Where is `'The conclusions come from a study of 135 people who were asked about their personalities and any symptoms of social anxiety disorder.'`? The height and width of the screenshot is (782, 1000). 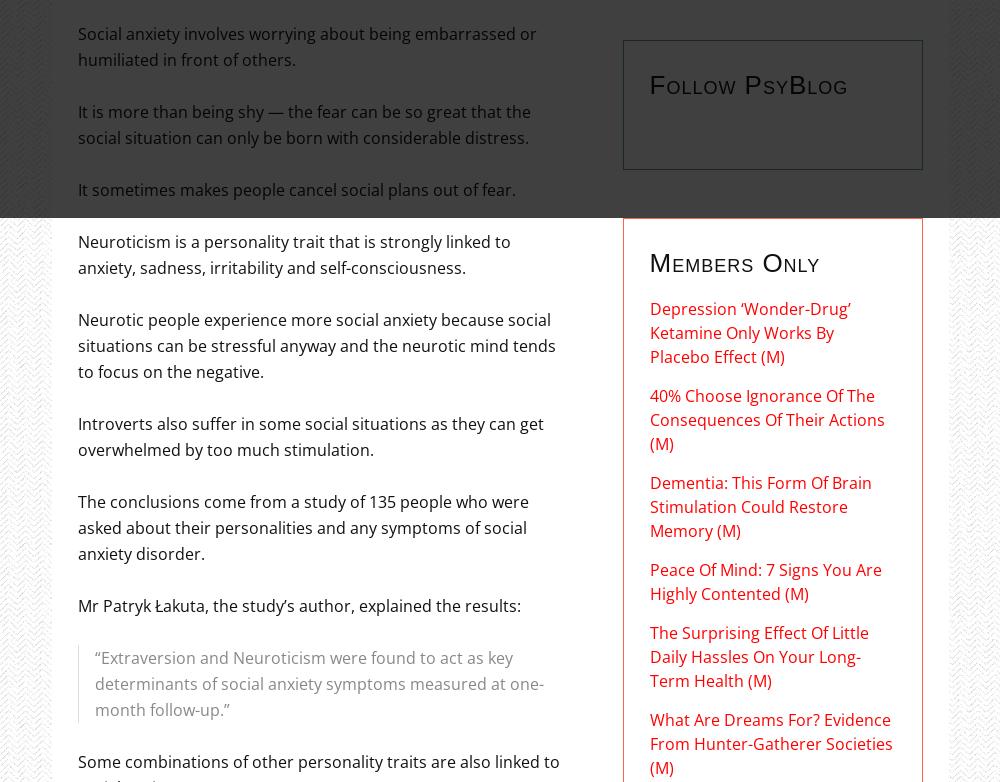
'The conclusions come from a study of 135 people who were asked about their personalities and any symptoms of social anxiety disorder.' is located at coordinates (76, 526).